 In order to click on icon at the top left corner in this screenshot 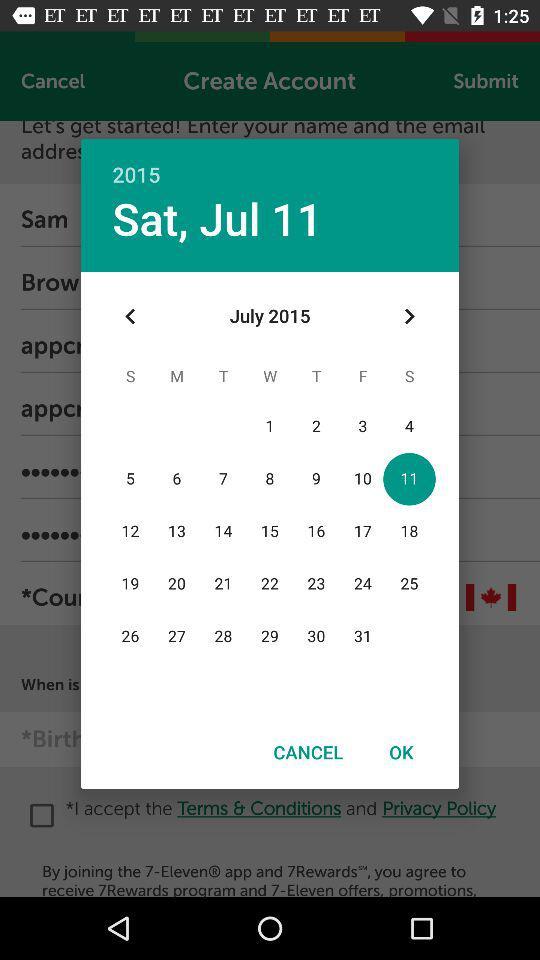, I will do `click(130, 316)`.